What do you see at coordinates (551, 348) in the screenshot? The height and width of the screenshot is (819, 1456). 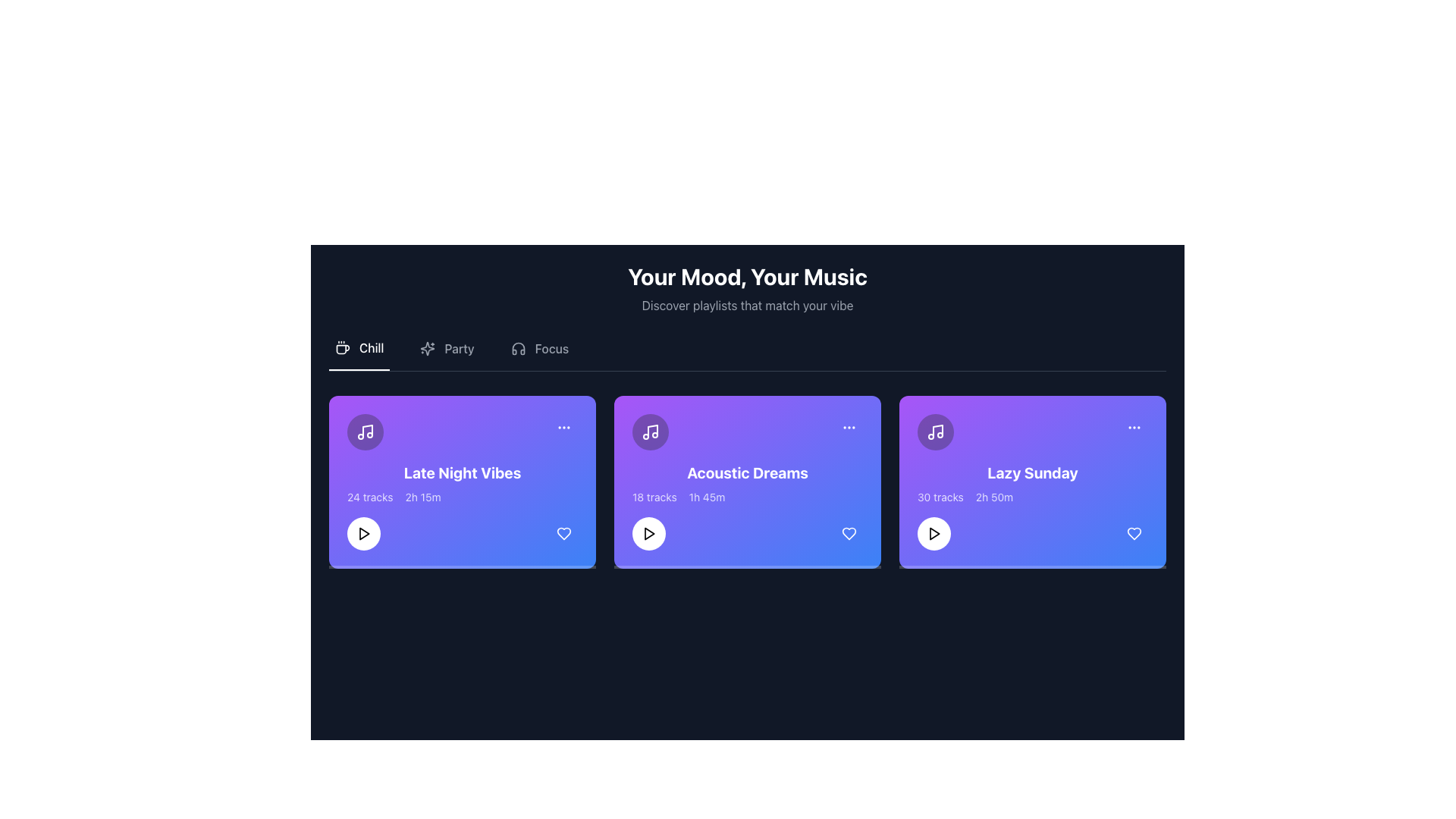 I see `the 'Focus' text label, which is the third menu item in a horizontal navigation bar` at bounding box center [551, 348].